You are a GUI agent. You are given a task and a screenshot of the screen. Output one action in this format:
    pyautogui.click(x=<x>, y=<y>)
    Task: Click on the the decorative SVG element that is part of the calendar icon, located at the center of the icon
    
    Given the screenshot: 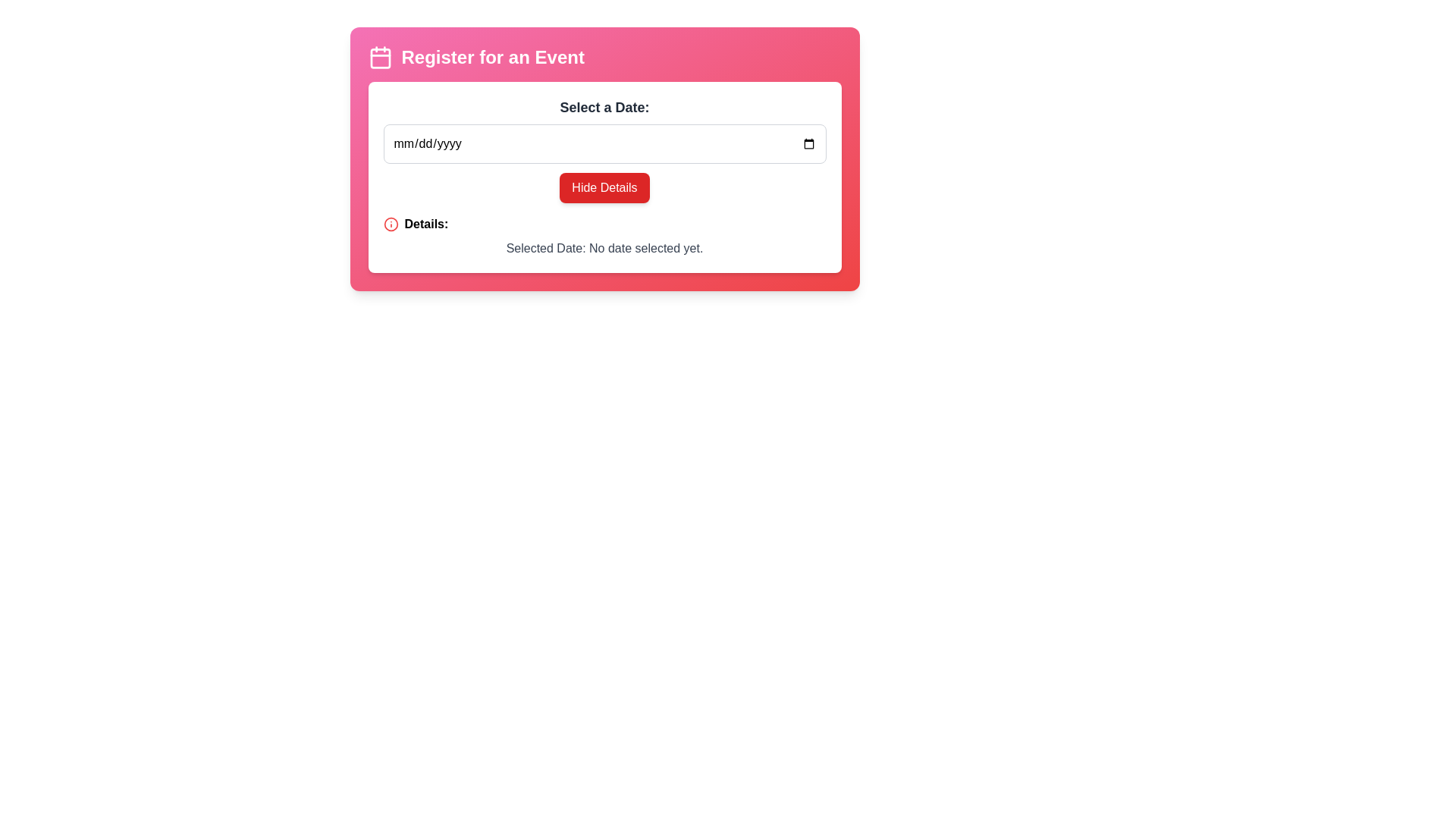 What is the action you would take?
    pyautogui.click(x=380, y=58)
    